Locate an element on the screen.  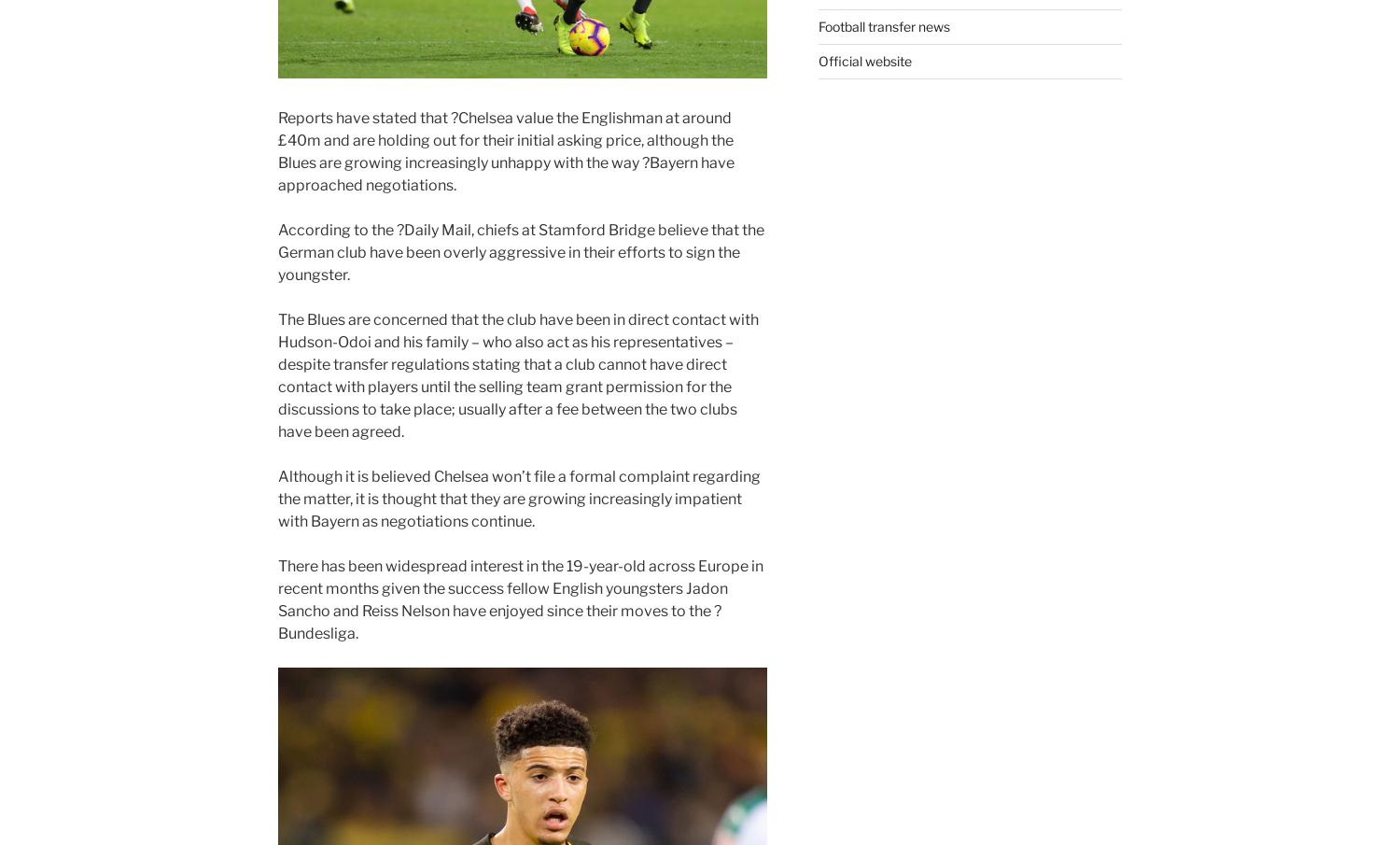
'According to the' is located at coordinates (336, 228).